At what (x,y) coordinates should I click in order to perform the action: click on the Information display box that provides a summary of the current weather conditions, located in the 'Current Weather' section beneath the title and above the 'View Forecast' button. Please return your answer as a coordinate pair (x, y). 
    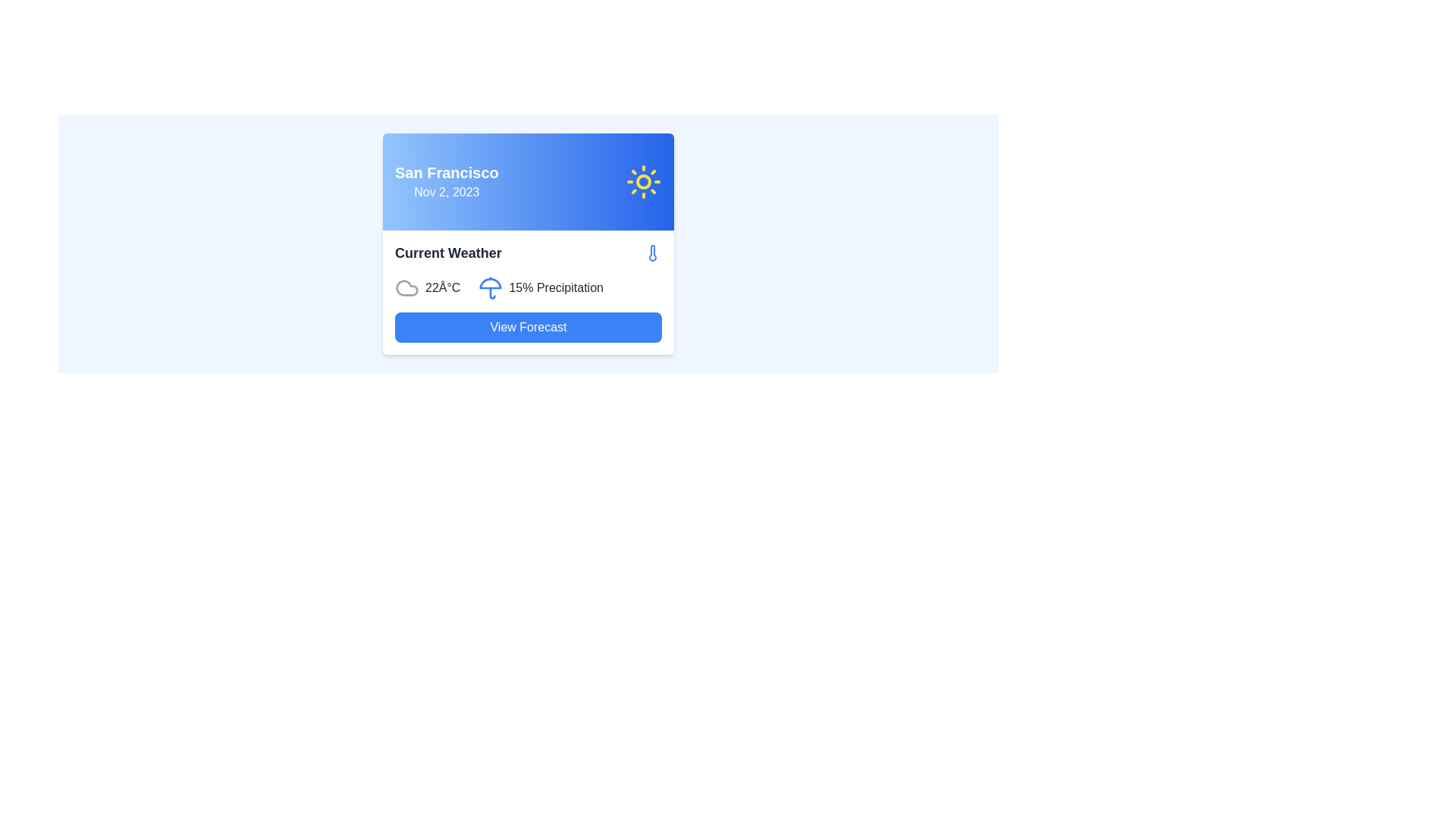
    Looking at the image, I should click on (528, 288).